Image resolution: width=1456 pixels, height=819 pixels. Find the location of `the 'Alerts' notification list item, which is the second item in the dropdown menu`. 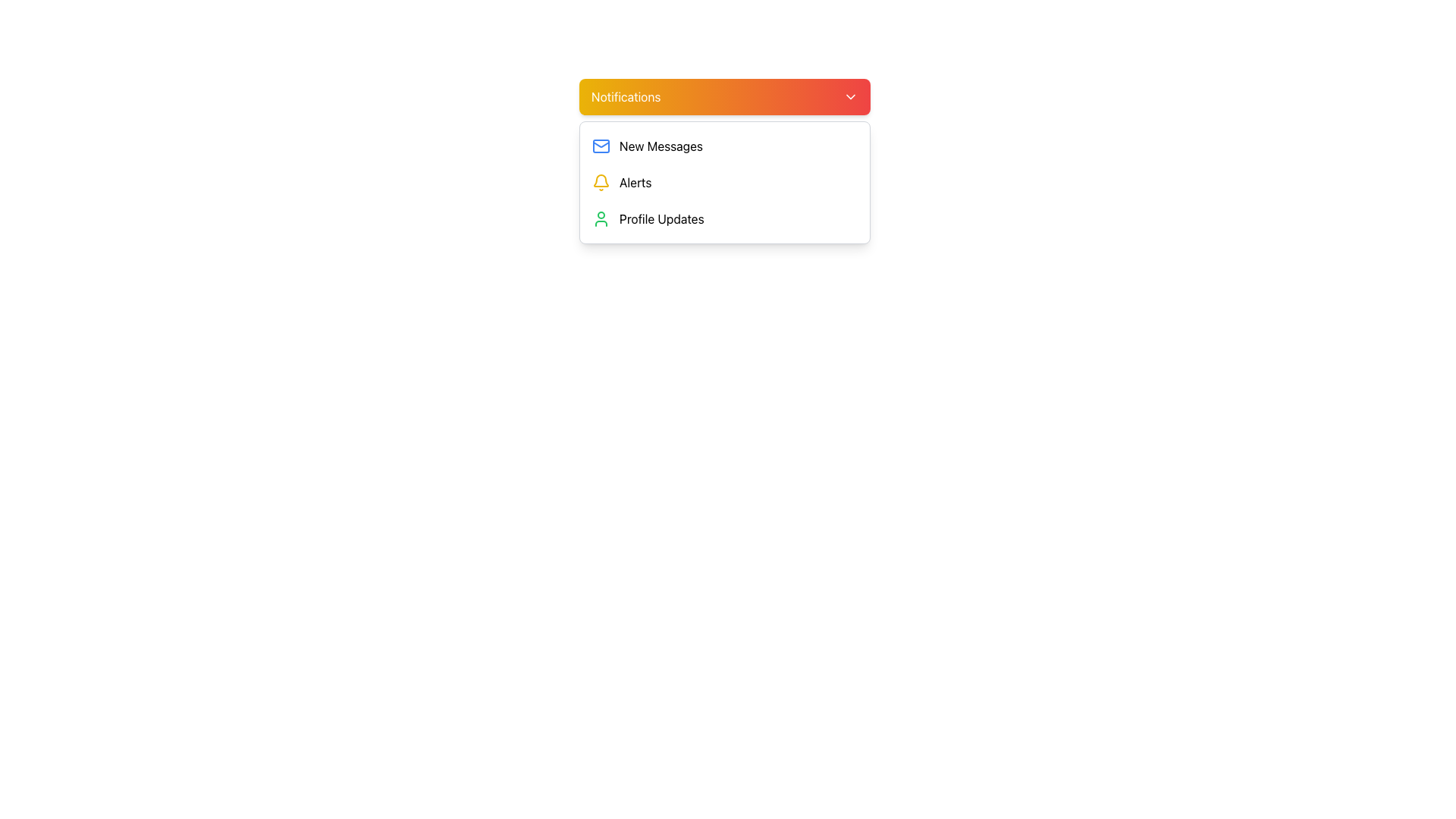

the 'Alerts' notification list item, which is the second item in the dropdown menu is located at coordinates (723, 181).